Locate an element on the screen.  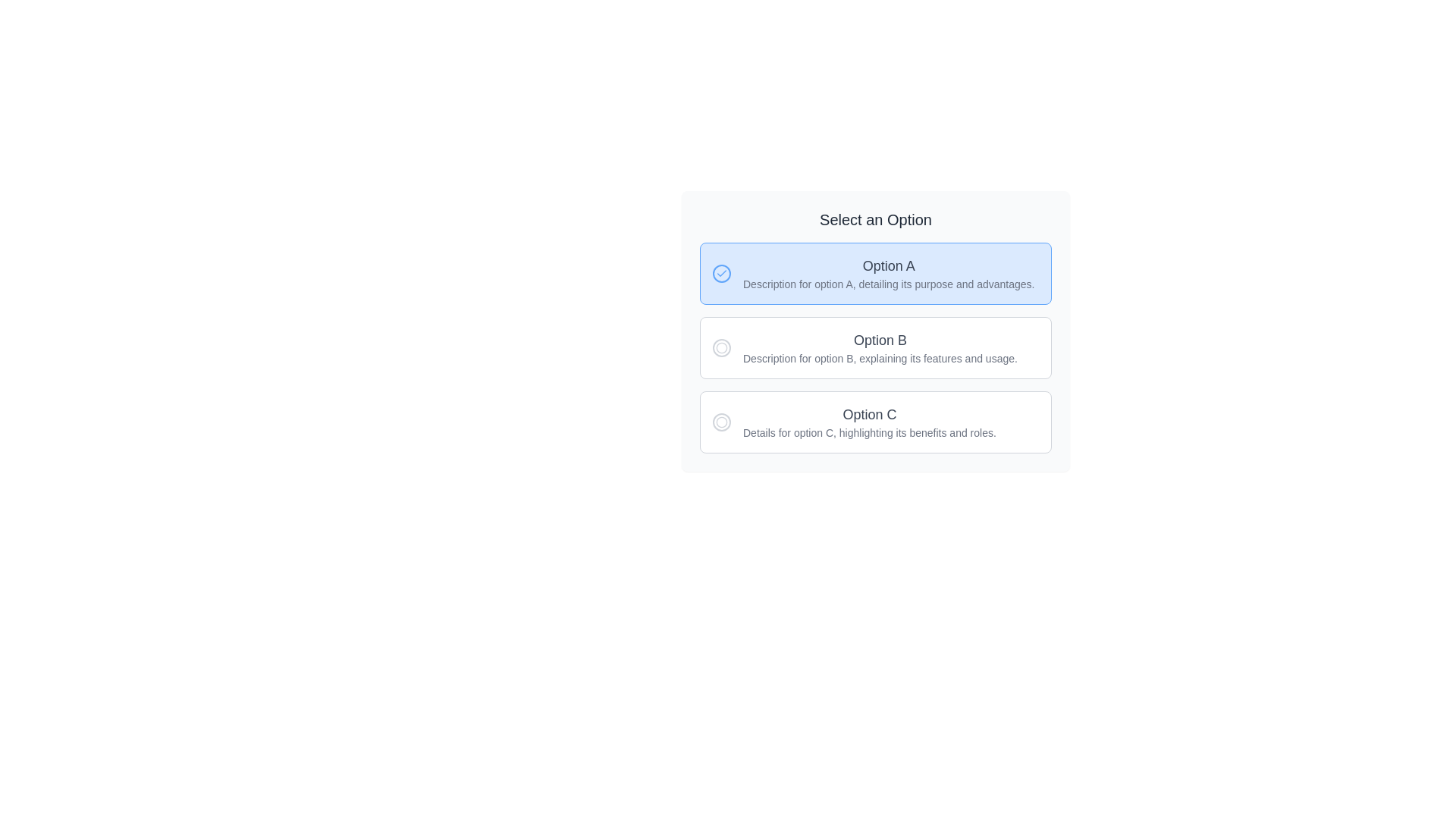
the first selectable list item labeled 'Option A' with a circular checkmark icon is located at coordinates (876, 274).